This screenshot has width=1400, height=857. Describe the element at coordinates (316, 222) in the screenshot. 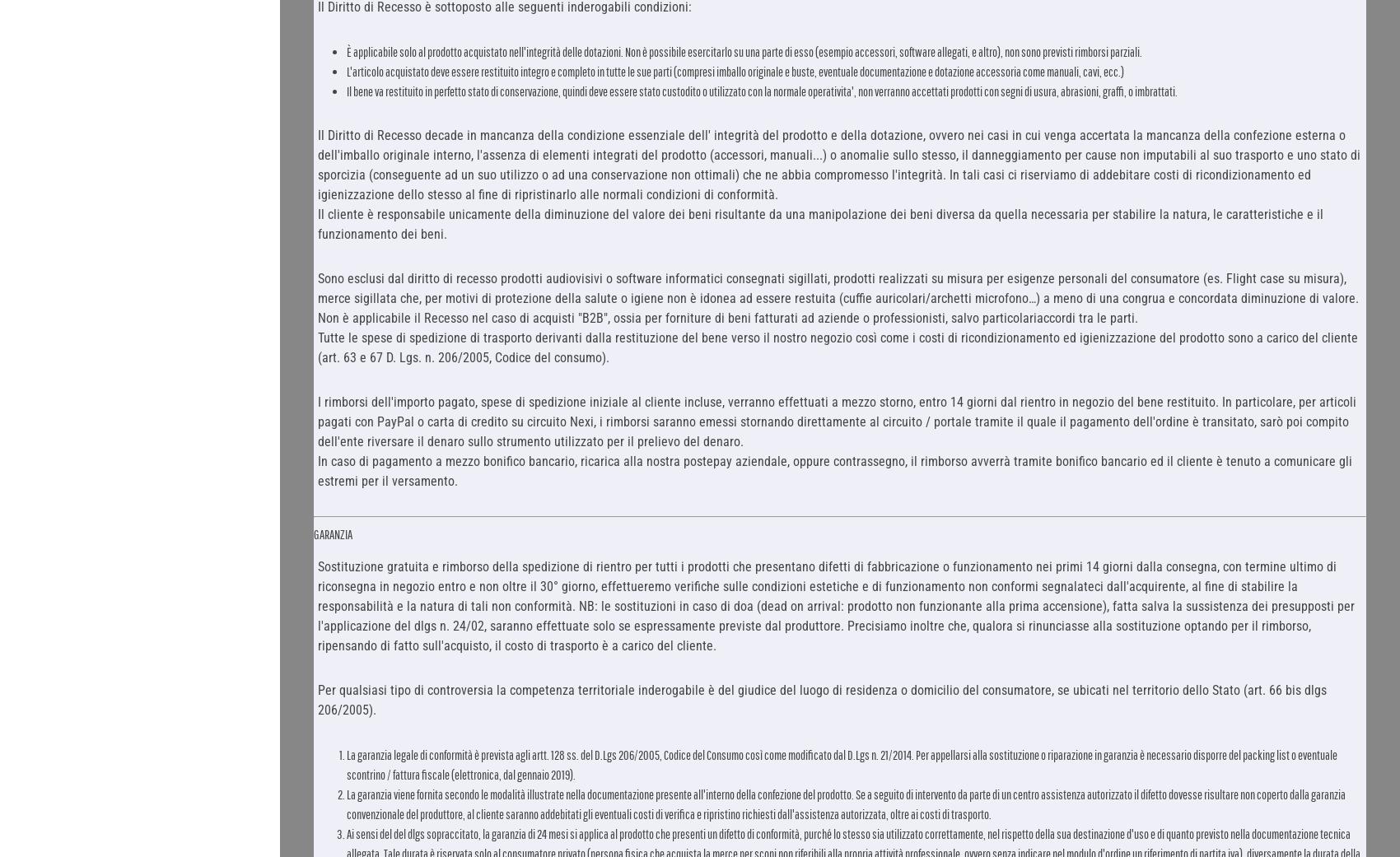

I see `'Il cliente è responsabile unicamente della diminuzione del valore dei beni risultante da una manipolazione dei beni diversa da quella necessaria per
stabilire la natura, le caratteristiche e il funzionamento dei beni.'` at that location.